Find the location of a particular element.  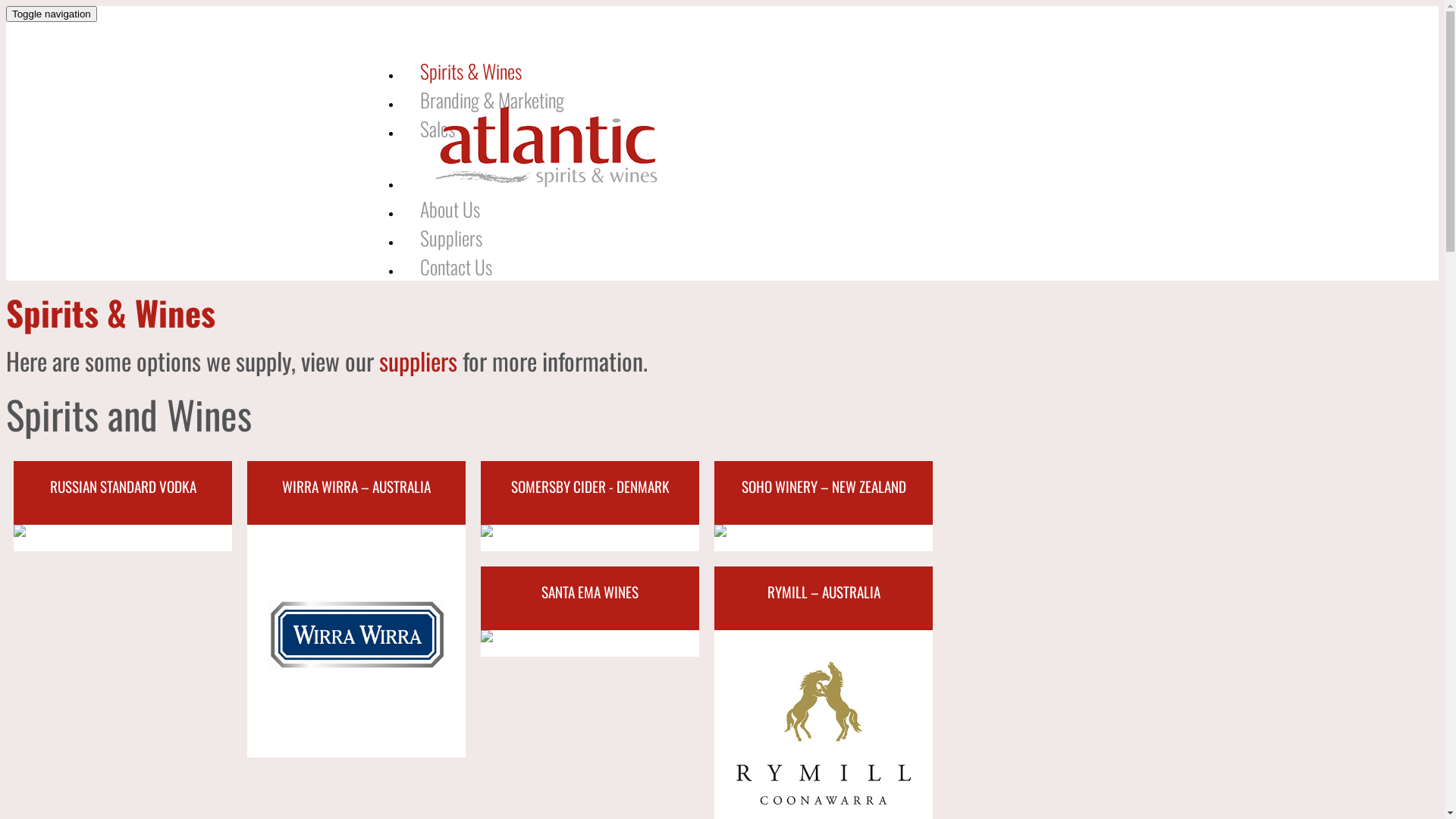

'Toggle navigation' is located at coordinates (6, 14).